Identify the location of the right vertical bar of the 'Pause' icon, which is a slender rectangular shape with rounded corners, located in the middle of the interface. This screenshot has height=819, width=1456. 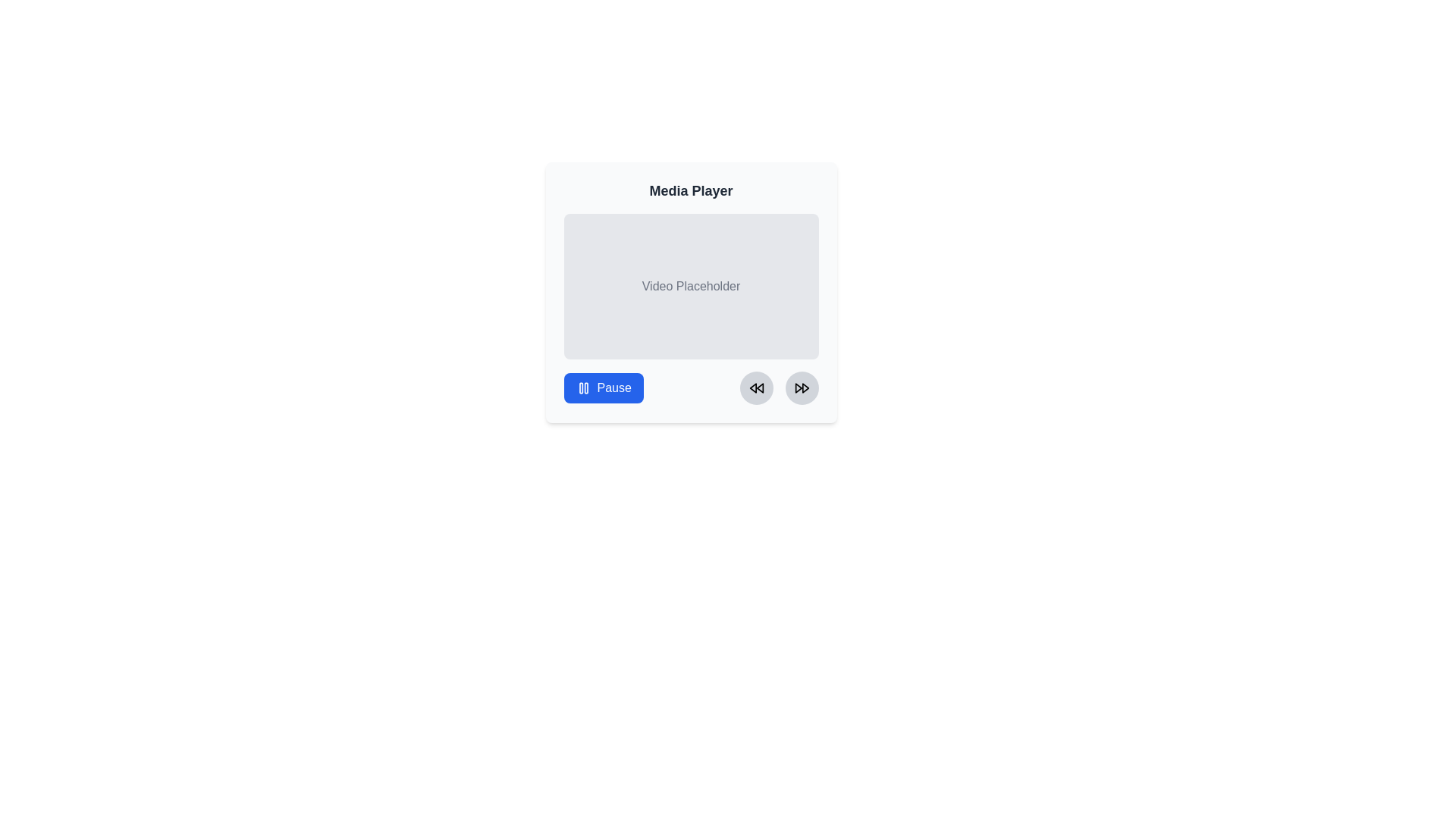
(585, 388).